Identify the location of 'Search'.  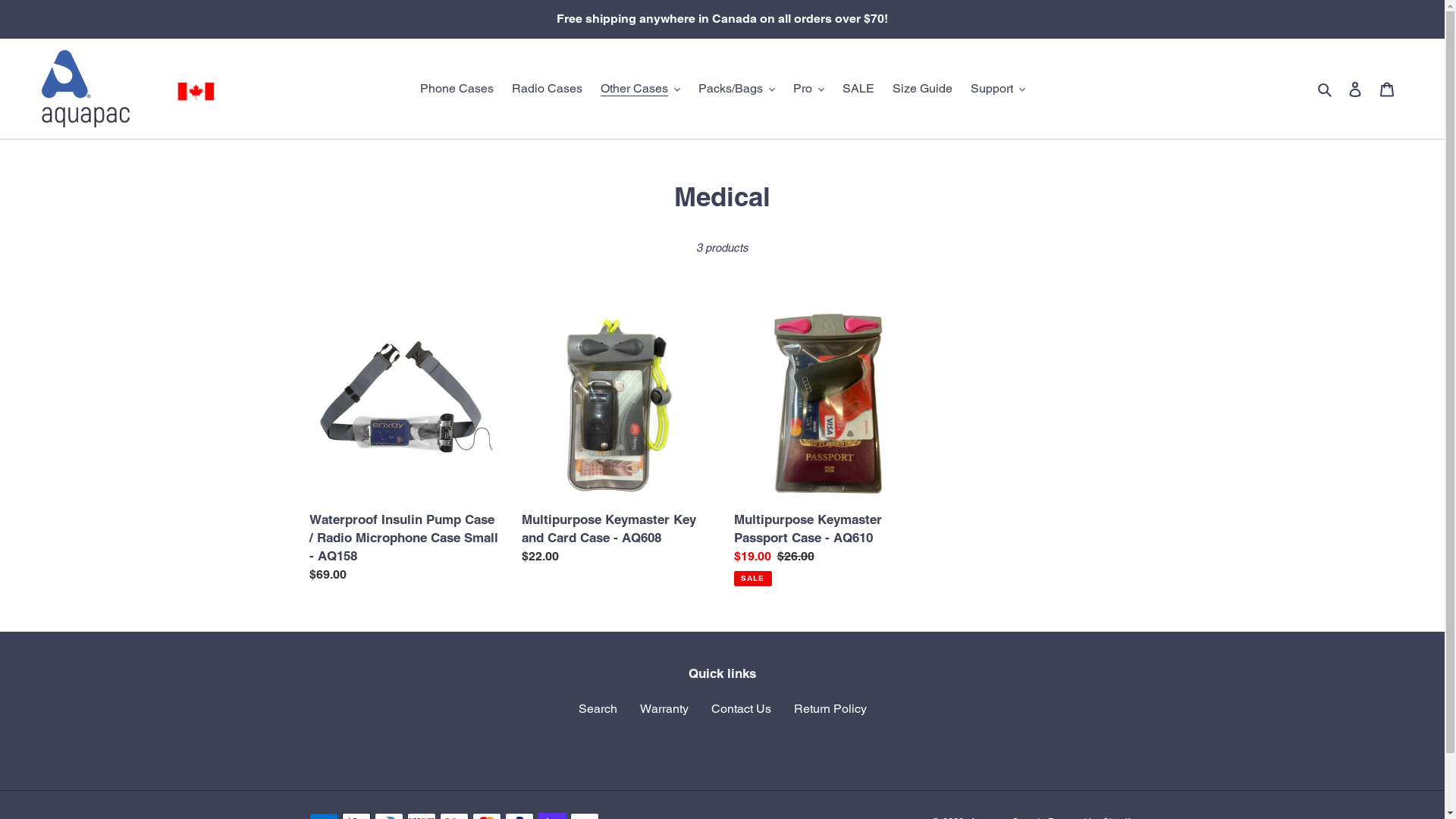
(1325, 88).